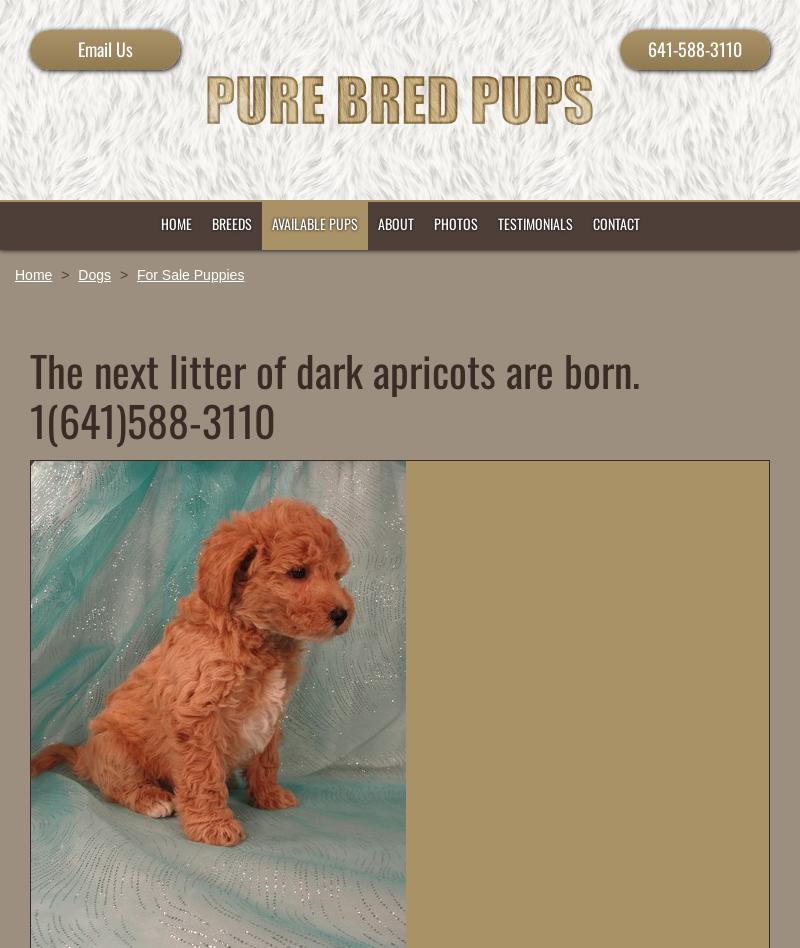 This screenshot has height=948, width=800. Describe the element at coordinates (313, 222) in the screenshot. I see `'Available Pups'` at that location.